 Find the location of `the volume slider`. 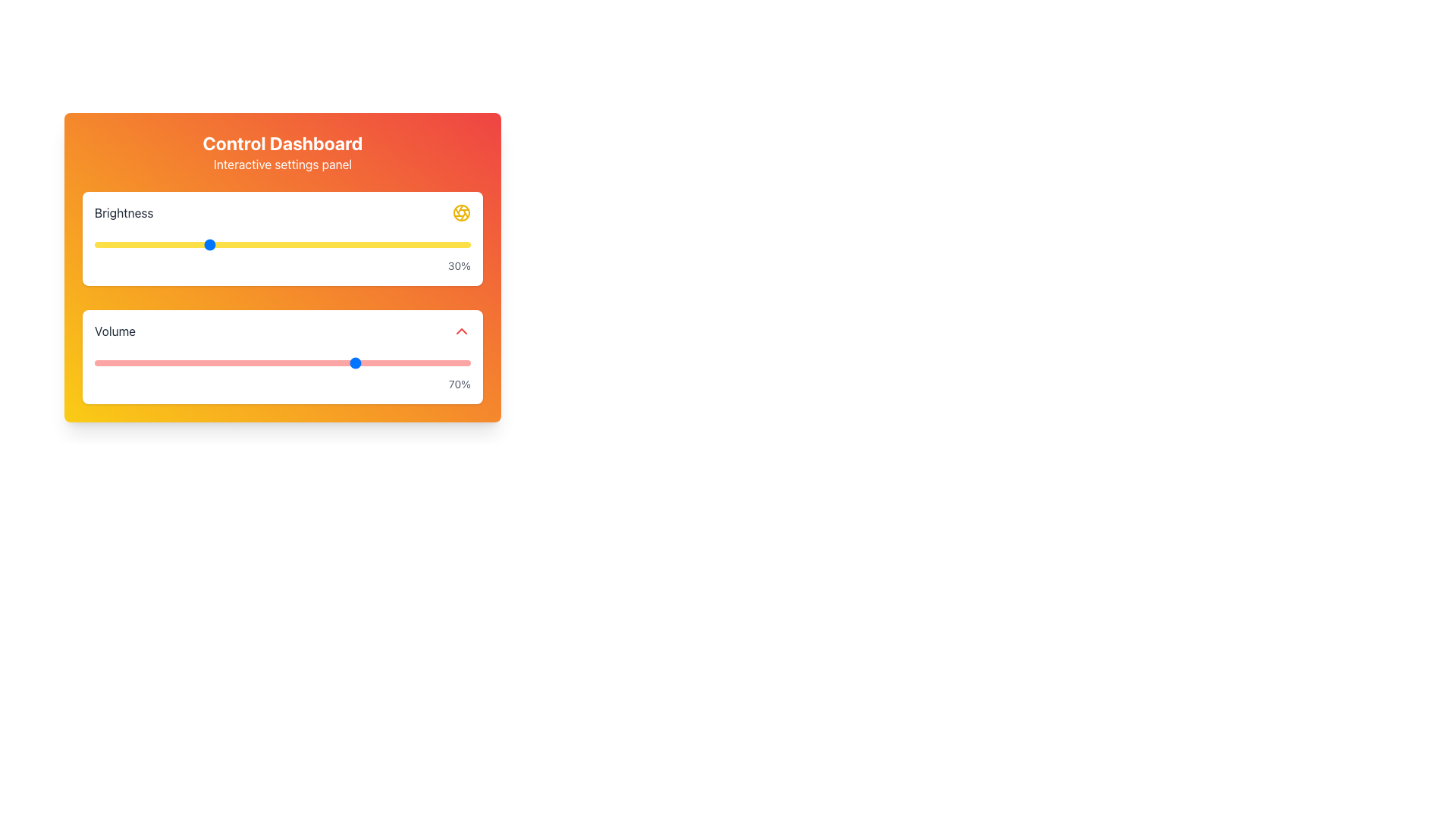

the volume slider is located at coordinates (304, 362).